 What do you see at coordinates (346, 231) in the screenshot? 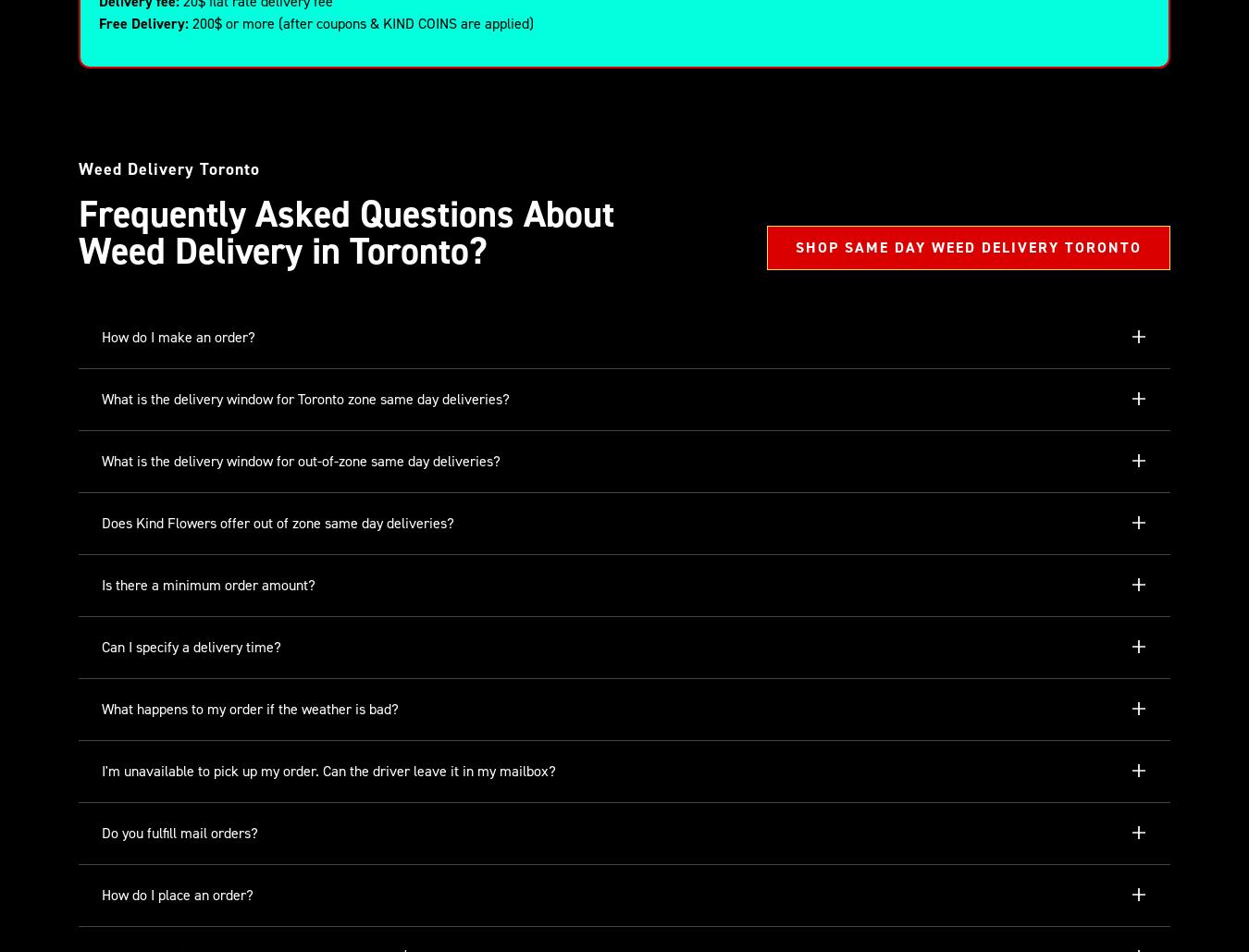
I see `'Frequently Asked Questions About Weed Delivery in Toronto?'` at bounding box center [346, 231].